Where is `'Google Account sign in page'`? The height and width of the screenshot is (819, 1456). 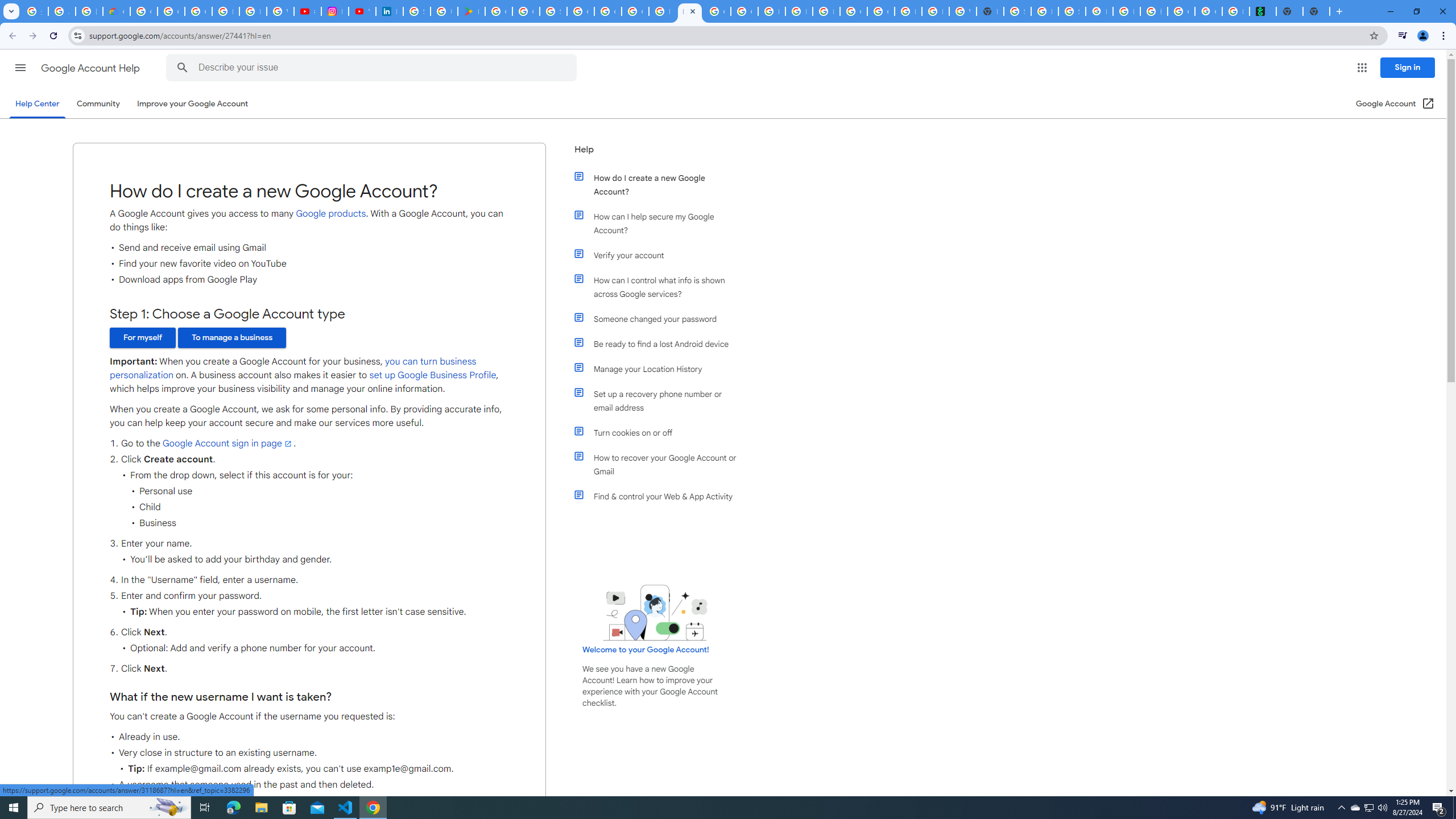
'Google Account sign in page' is located at coordinates (227, 444).